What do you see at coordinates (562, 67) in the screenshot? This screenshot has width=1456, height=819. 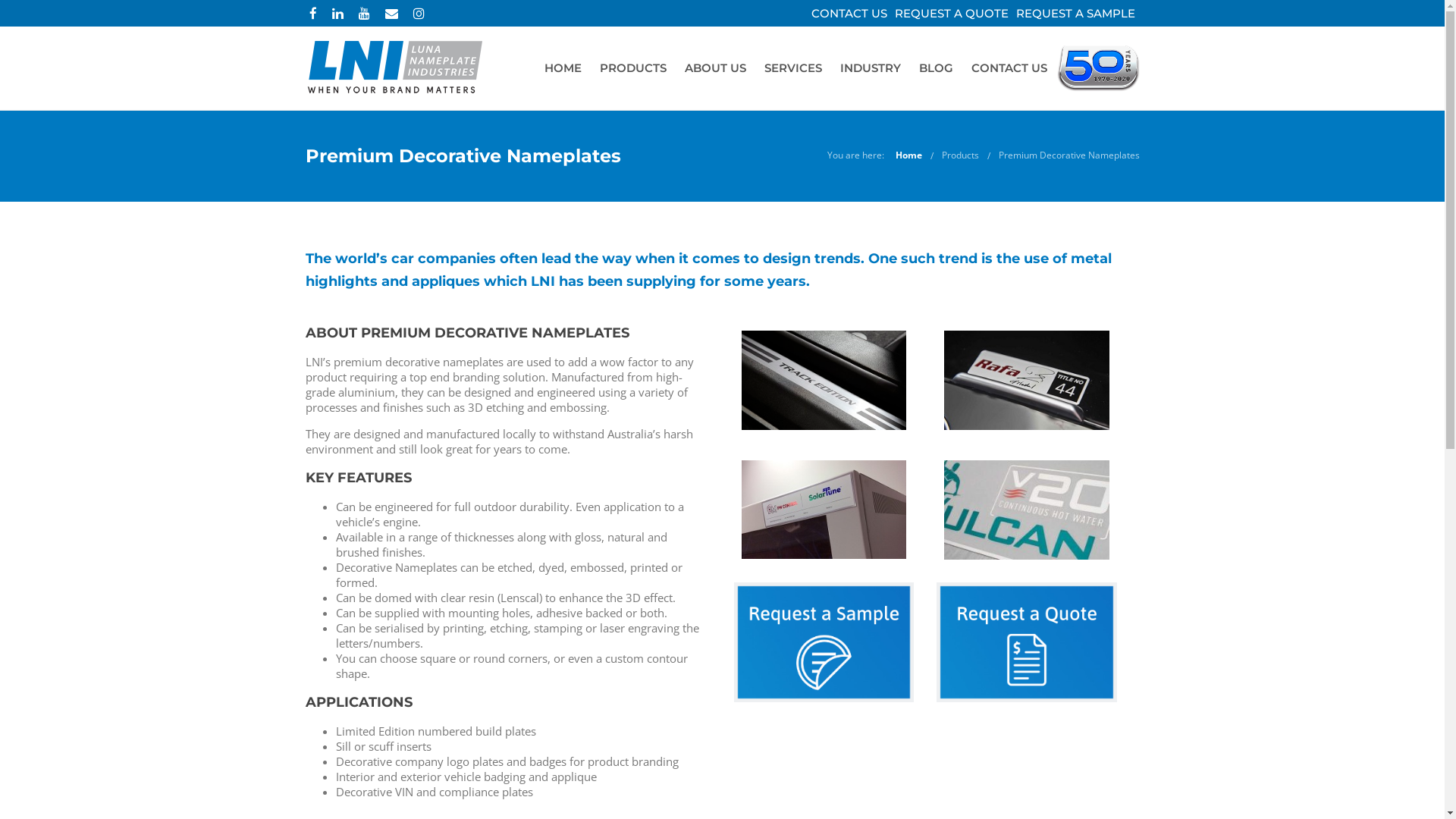 I see `'HOME'` at bounding box center [562, 67].